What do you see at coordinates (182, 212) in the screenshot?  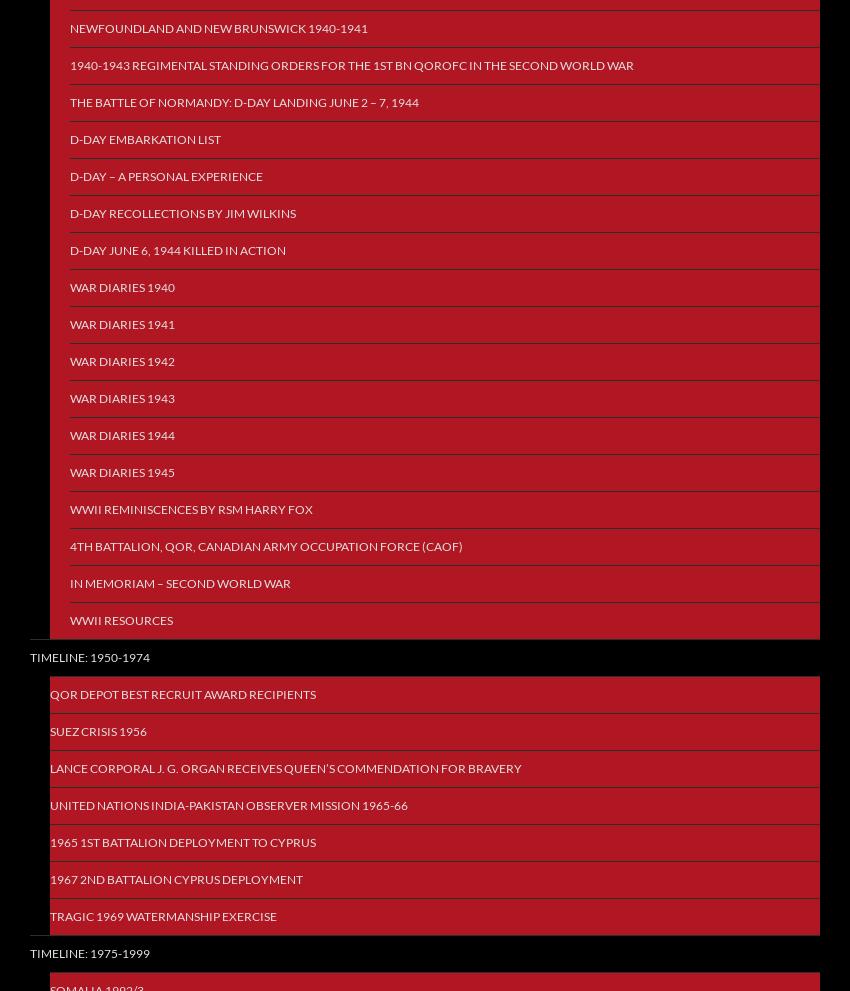 I see `'D-Day Recollections by Jim Wilkins'` at bounding box center [182, 212].